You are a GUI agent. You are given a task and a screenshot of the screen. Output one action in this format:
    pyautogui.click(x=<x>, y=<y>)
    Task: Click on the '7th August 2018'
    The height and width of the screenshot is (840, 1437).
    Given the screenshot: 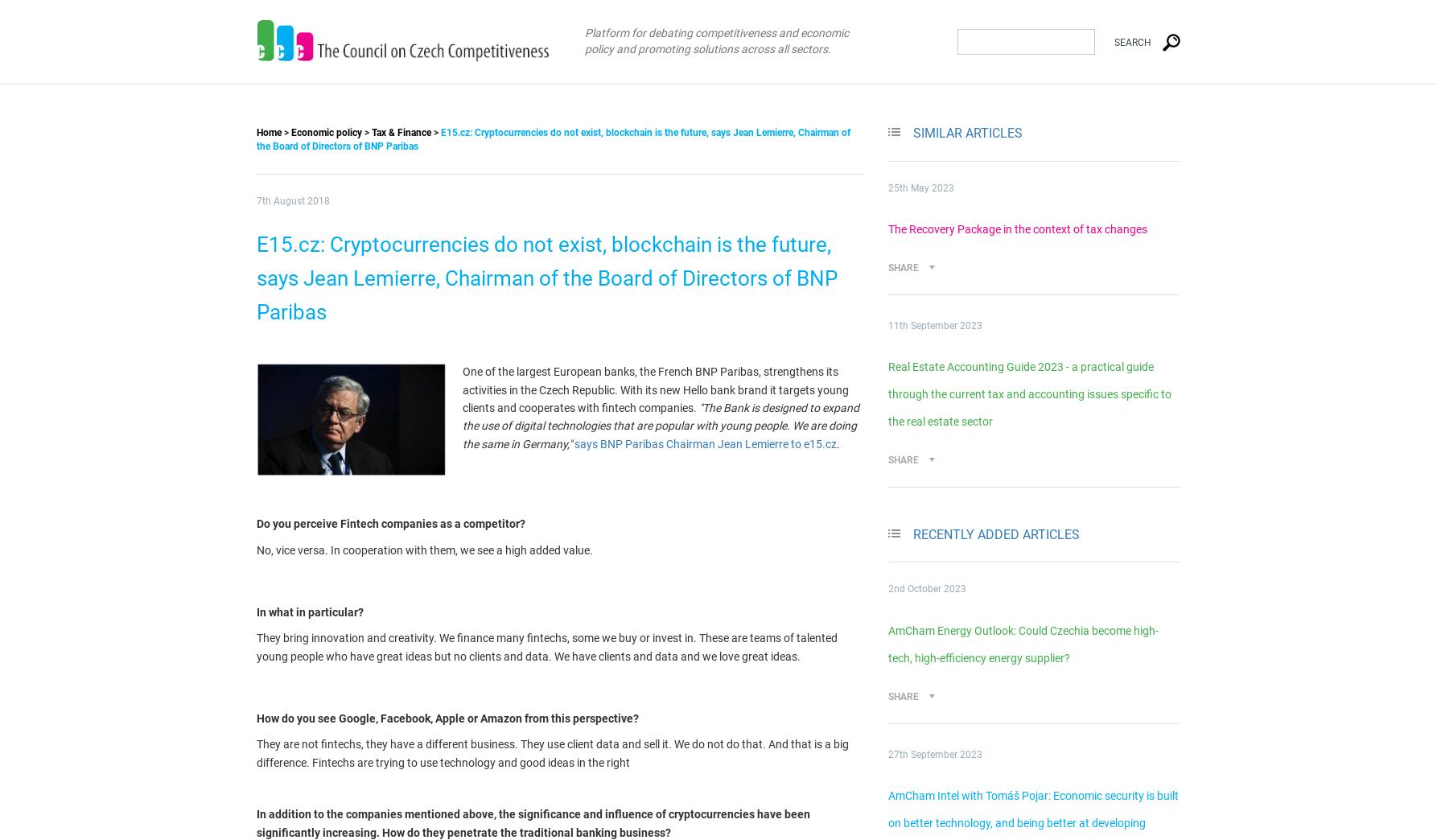 What is the action you would take?
    pyautogui.click(x=256, y=201)
    